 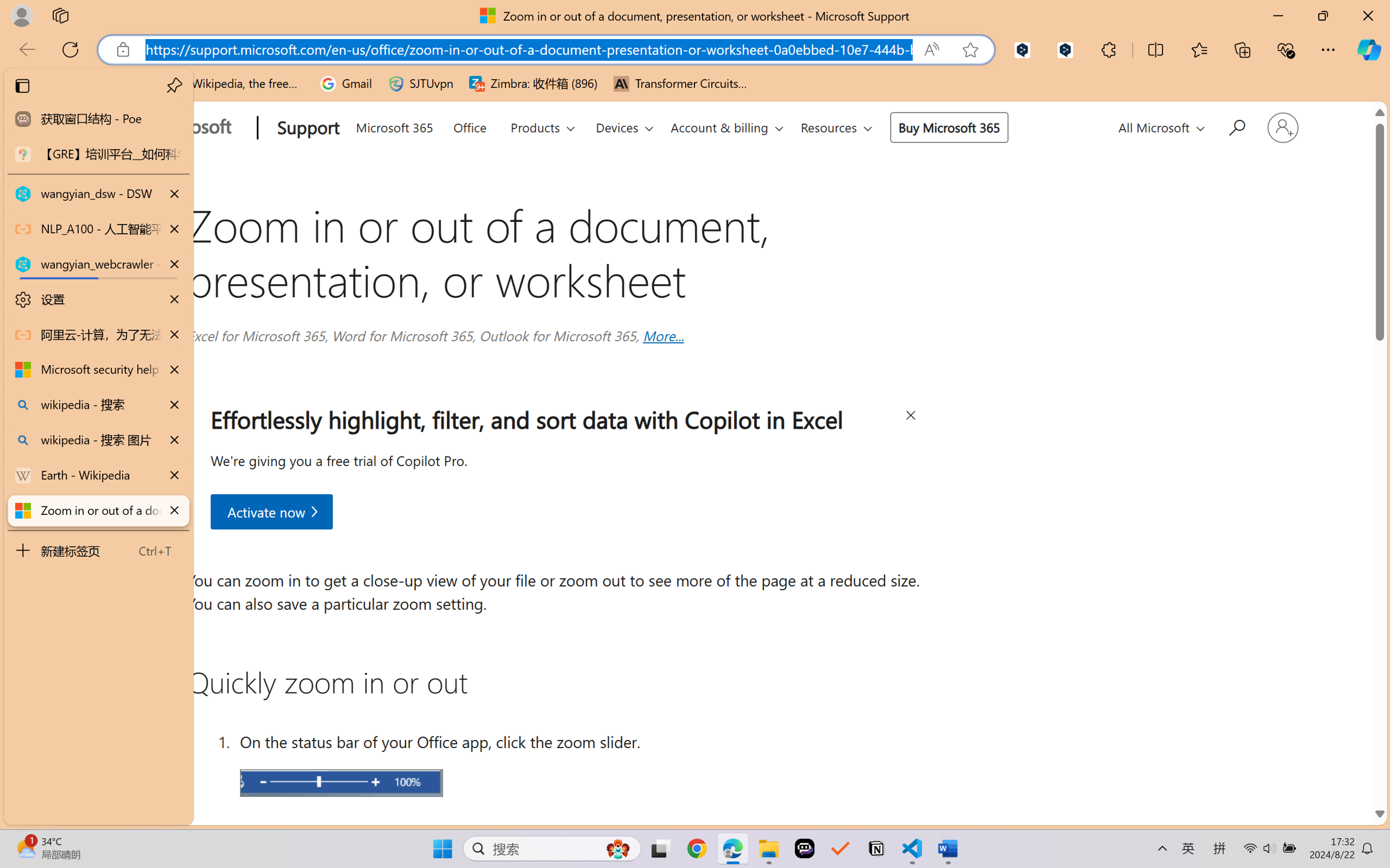 I want to click on 'Microsoft', so click(x=182, y=129).